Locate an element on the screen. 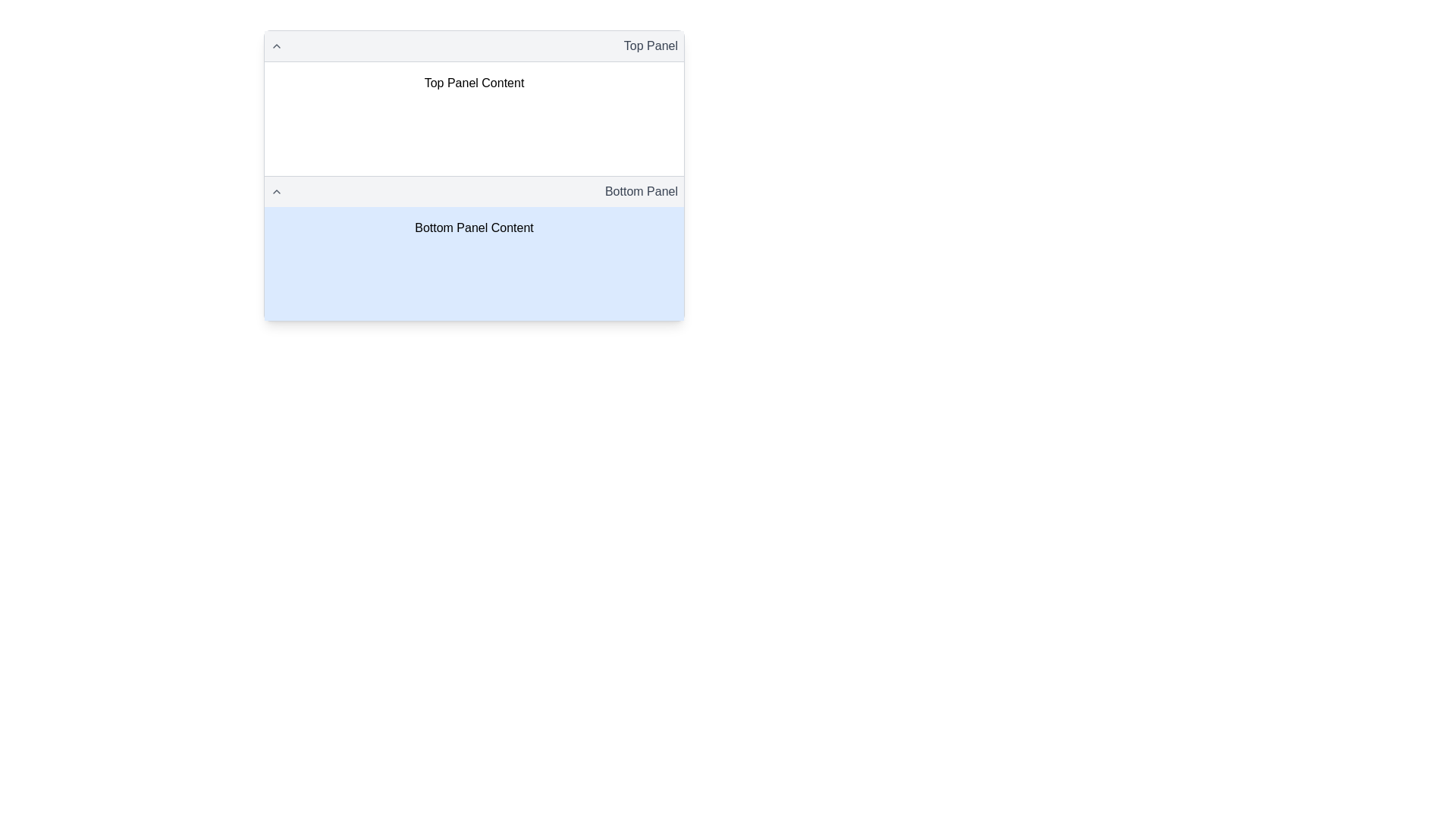 The image size is (1456, 819). the upward-facing chevron button located in the 'Bottom Panel' is located at coordinates (276, 191).